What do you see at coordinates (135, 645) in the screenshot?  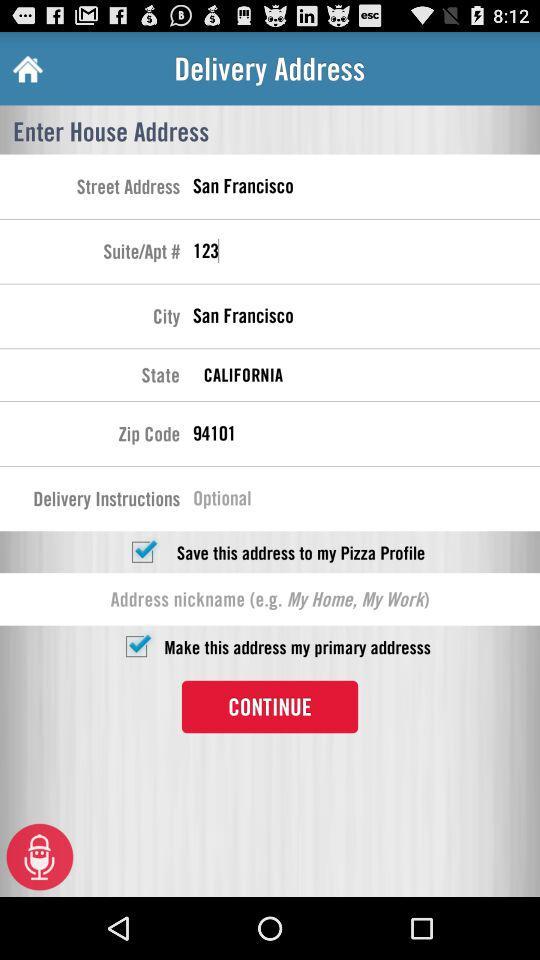 I see `checkbox setting primary address` at bounding box center [135, 645].